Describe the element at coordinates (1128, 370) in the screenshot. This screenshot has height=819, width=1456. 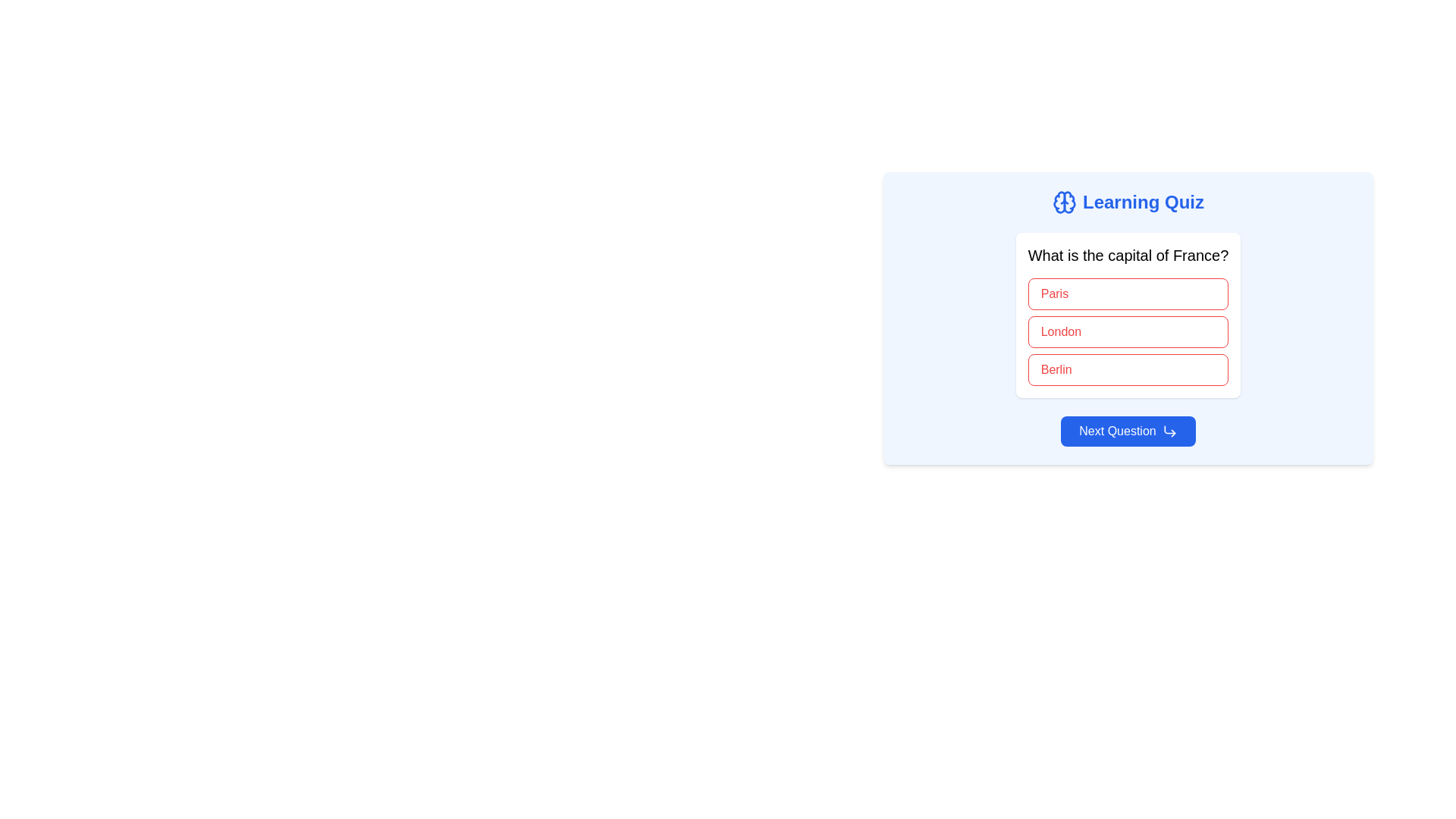
I see `the button labeled 'Berlin' with a red border and red text, positioned as the third option under the question 'What is the capital of France?'` at that location.